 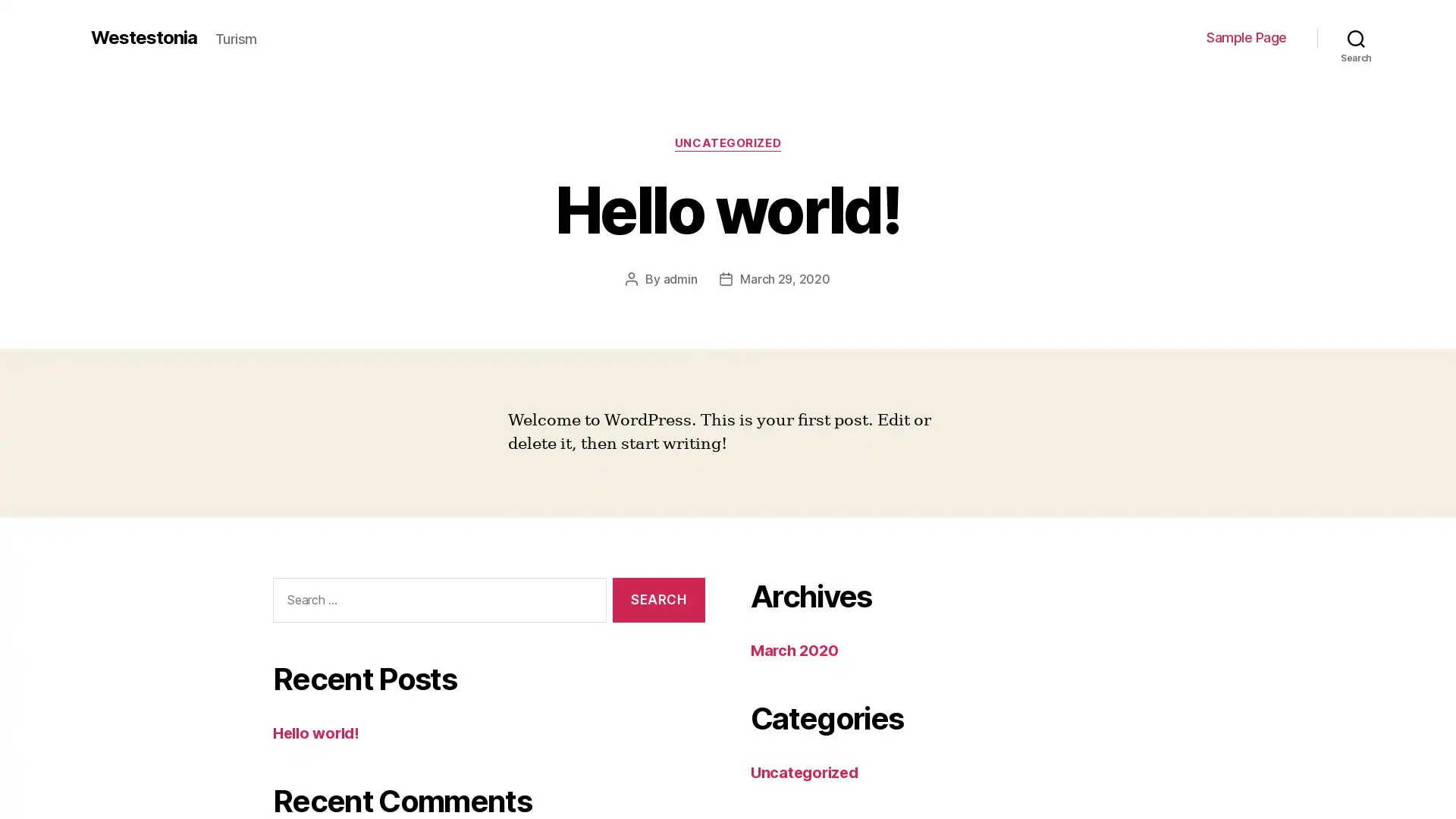 I want to click on Search, so click(x=658, y=598).